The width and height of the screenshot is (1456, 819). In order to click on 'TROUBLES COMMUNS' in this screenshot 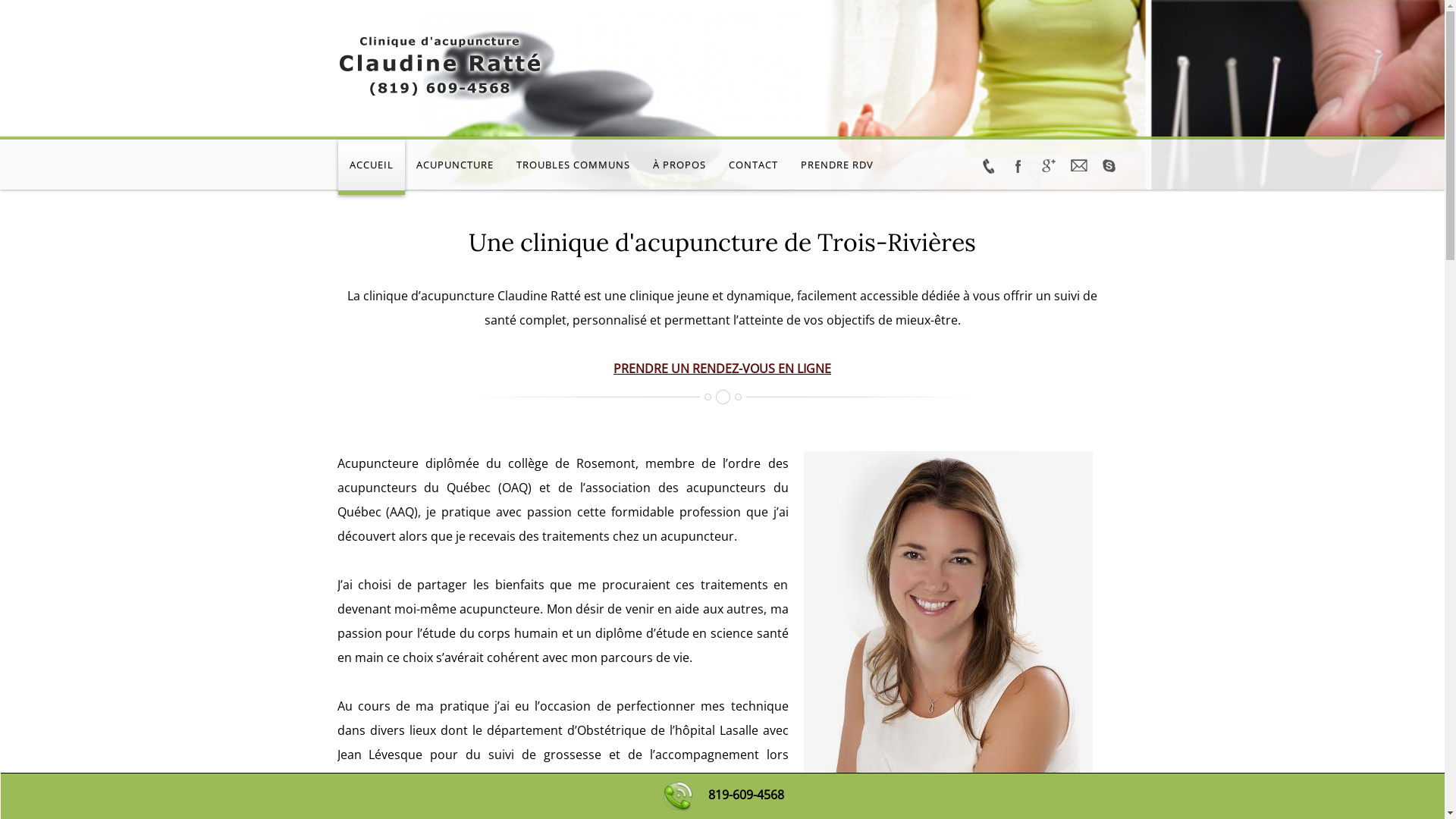, I will do `click(572, 167)`.